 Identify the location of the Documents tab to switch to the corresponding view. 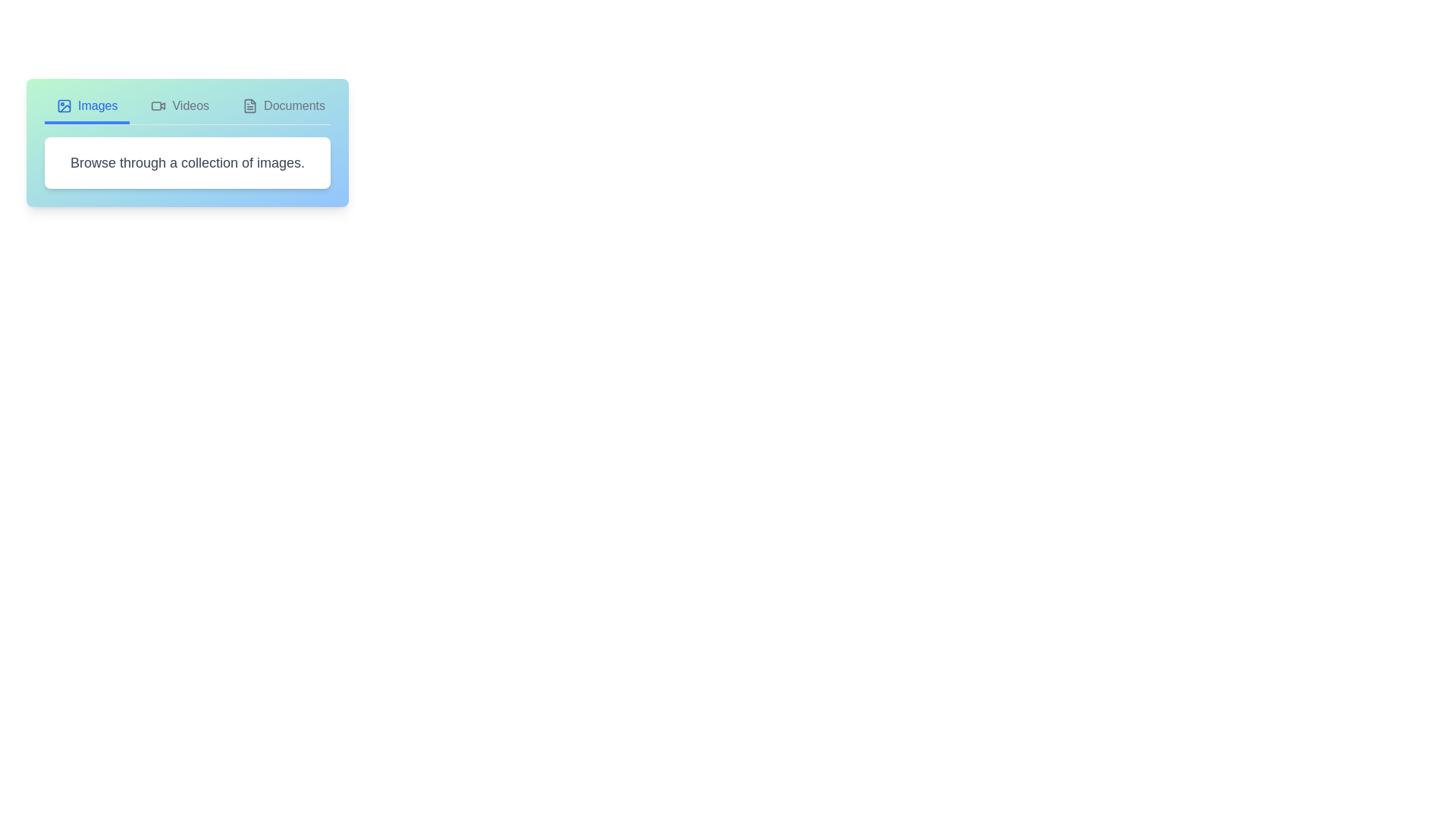
(284, 110).